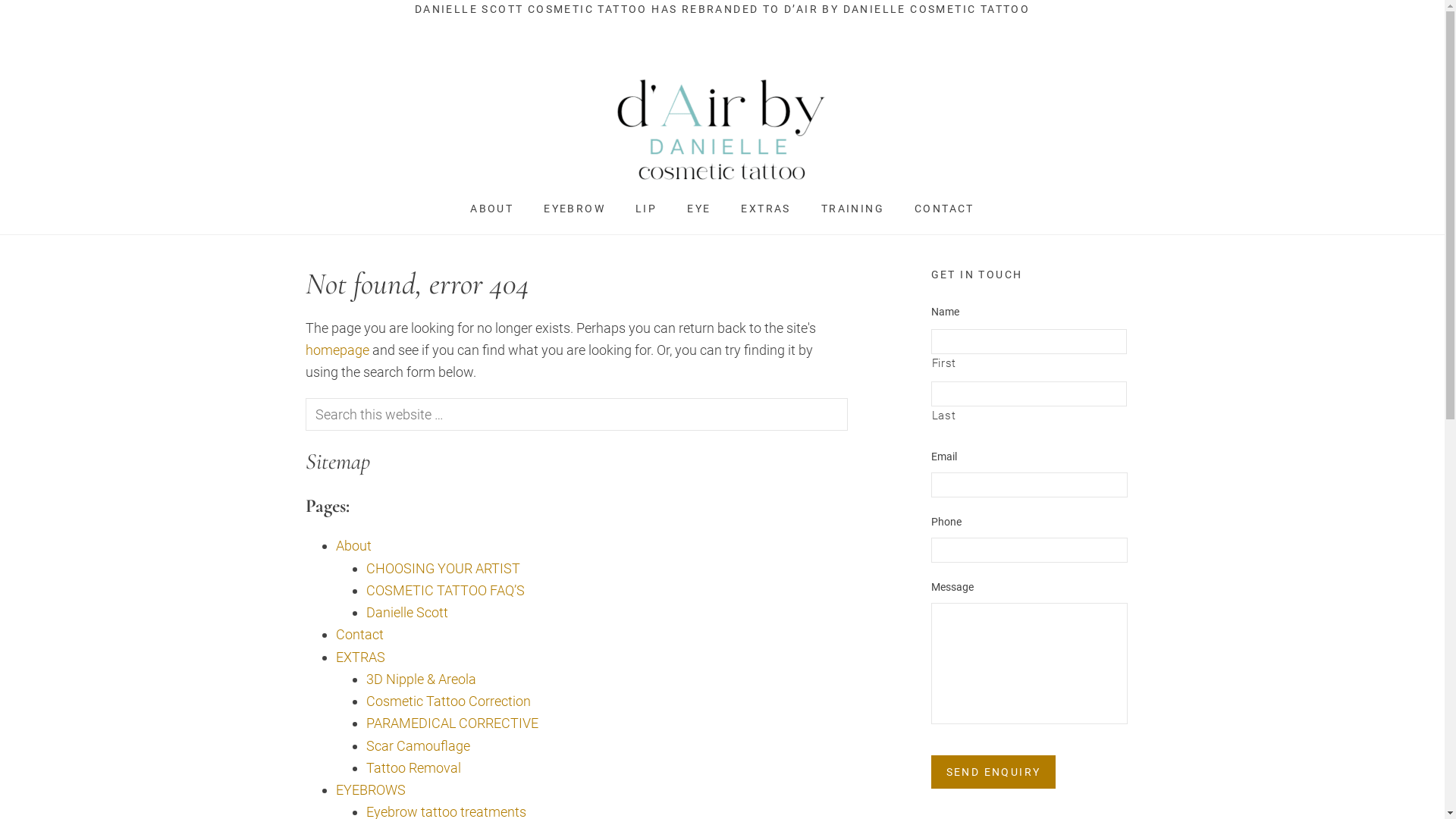 The image size is (1456, 819). Describe the element at coordinates (417, 745) in the screenshot. I see `'Scar Camouflage'` at that location.